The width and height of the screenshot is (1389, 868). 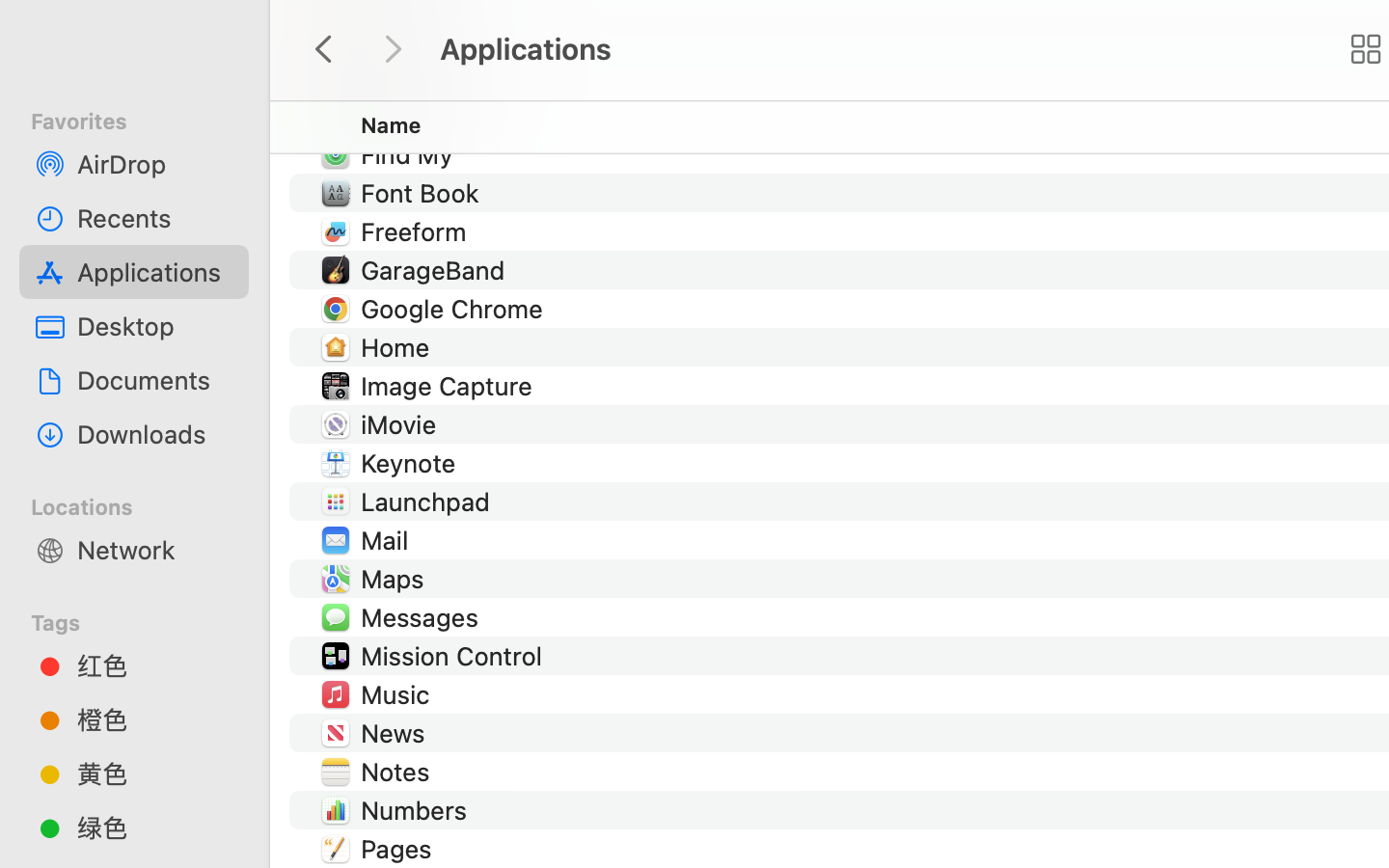 I want to click on 'Image Capture', so click(x=449, y=385).